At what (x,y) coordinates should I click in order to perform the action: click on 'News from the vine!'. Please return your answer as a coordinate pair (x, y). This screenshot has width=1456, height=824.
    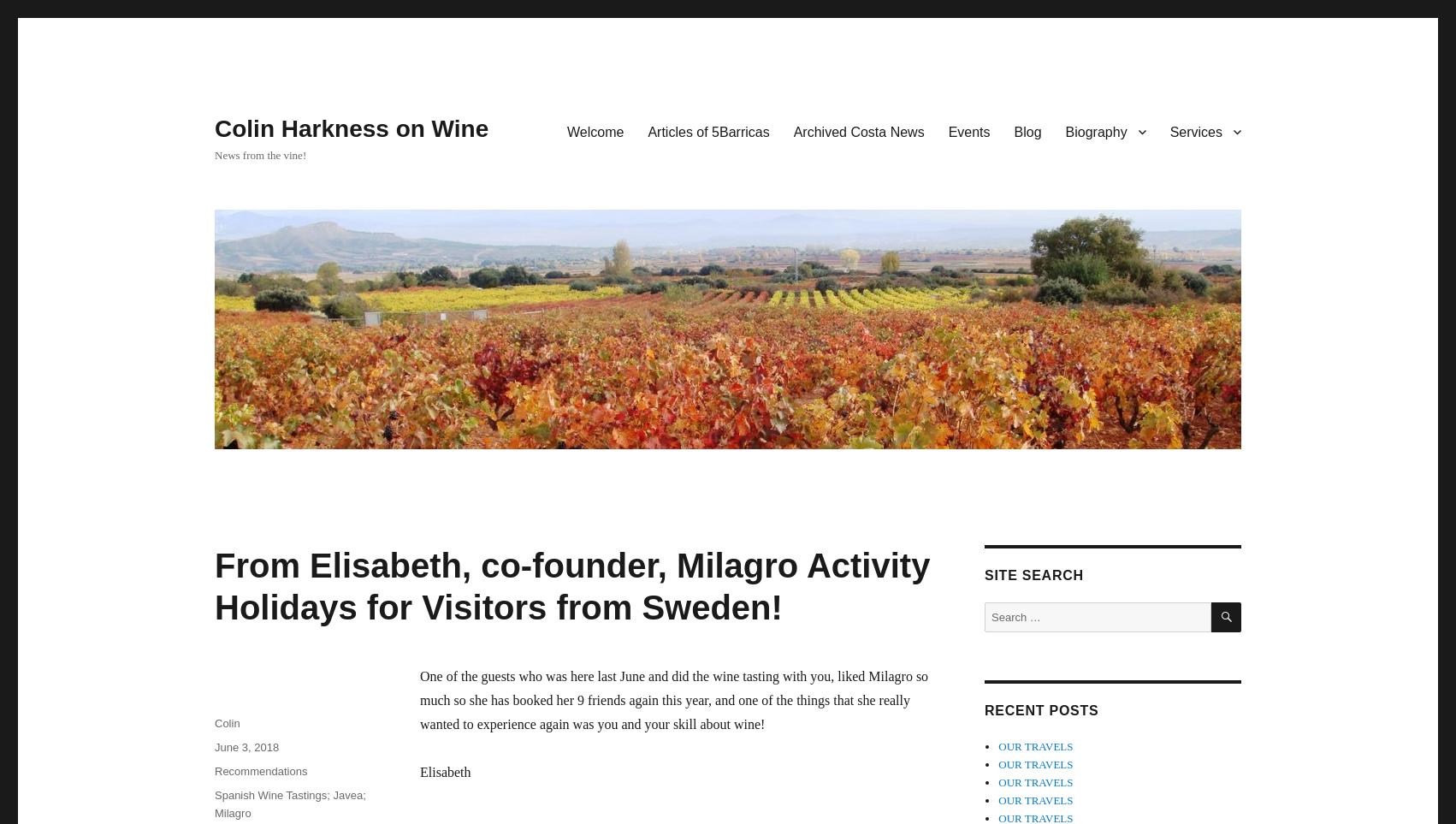
    Looking at the image, I should click on (214, 154).